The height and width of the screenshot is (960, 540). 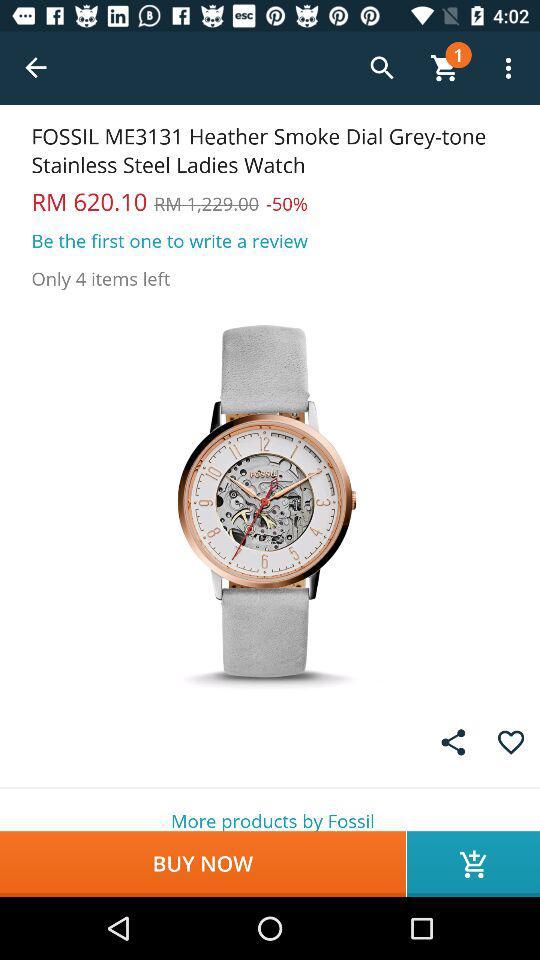 I want to click on the item above the more products by icon, so click(x=511, y=741).